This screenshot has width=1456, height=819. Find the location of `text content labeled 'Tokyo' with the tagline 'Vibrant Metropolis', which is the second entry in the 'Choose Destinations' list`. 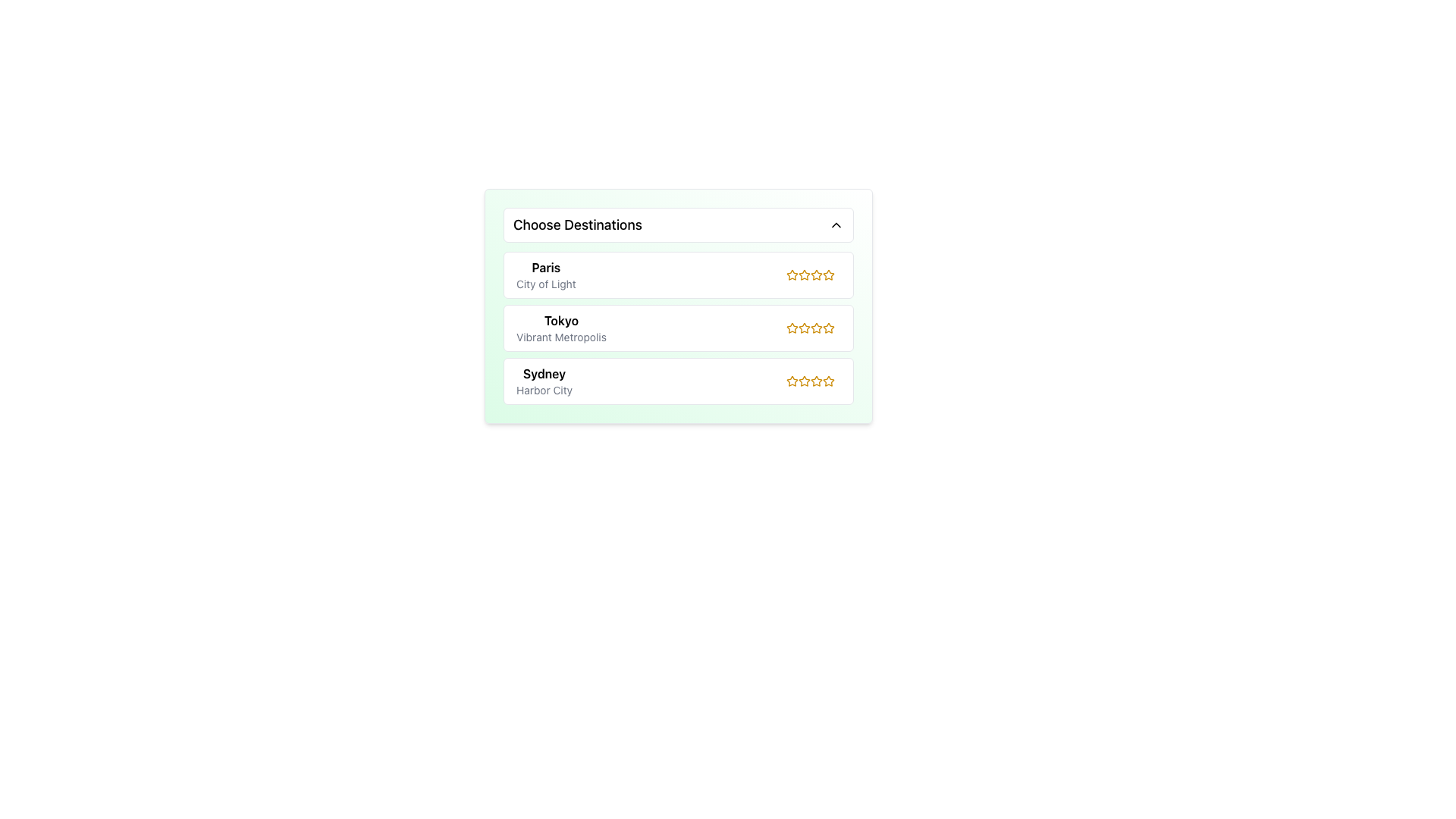

text content labeled 'Tokyo' with the tagline 'Vibrant Metropolis', which is the second entry in the 'Choose Destinations' list is located at coordinates (560, 327).